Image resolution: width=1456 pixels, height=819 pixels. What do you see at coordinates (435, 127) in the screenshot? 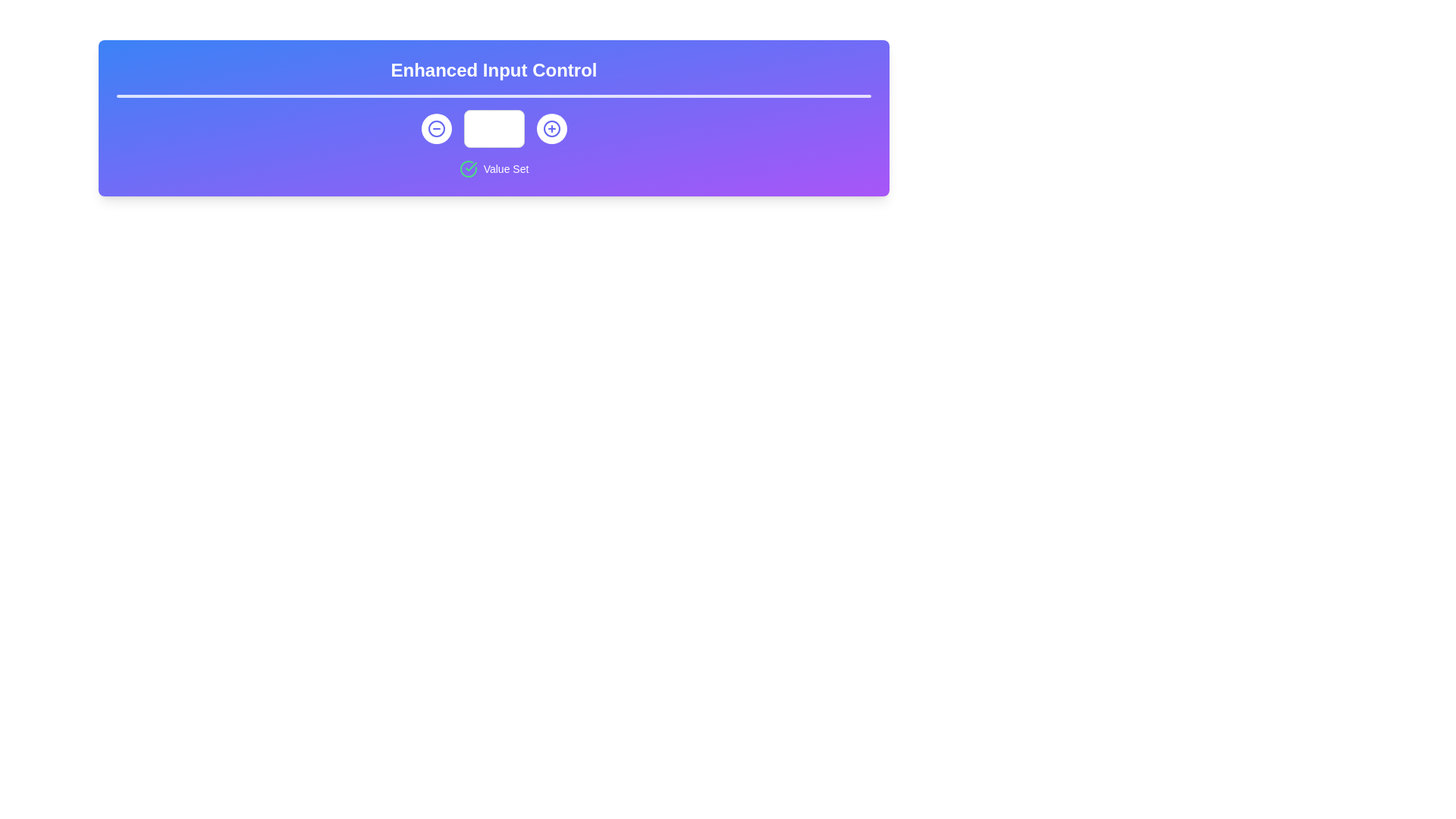
I see `the circular button with a white background and an indigo minus icon to activate its focus ring effect` at bounding box center [435, 127].